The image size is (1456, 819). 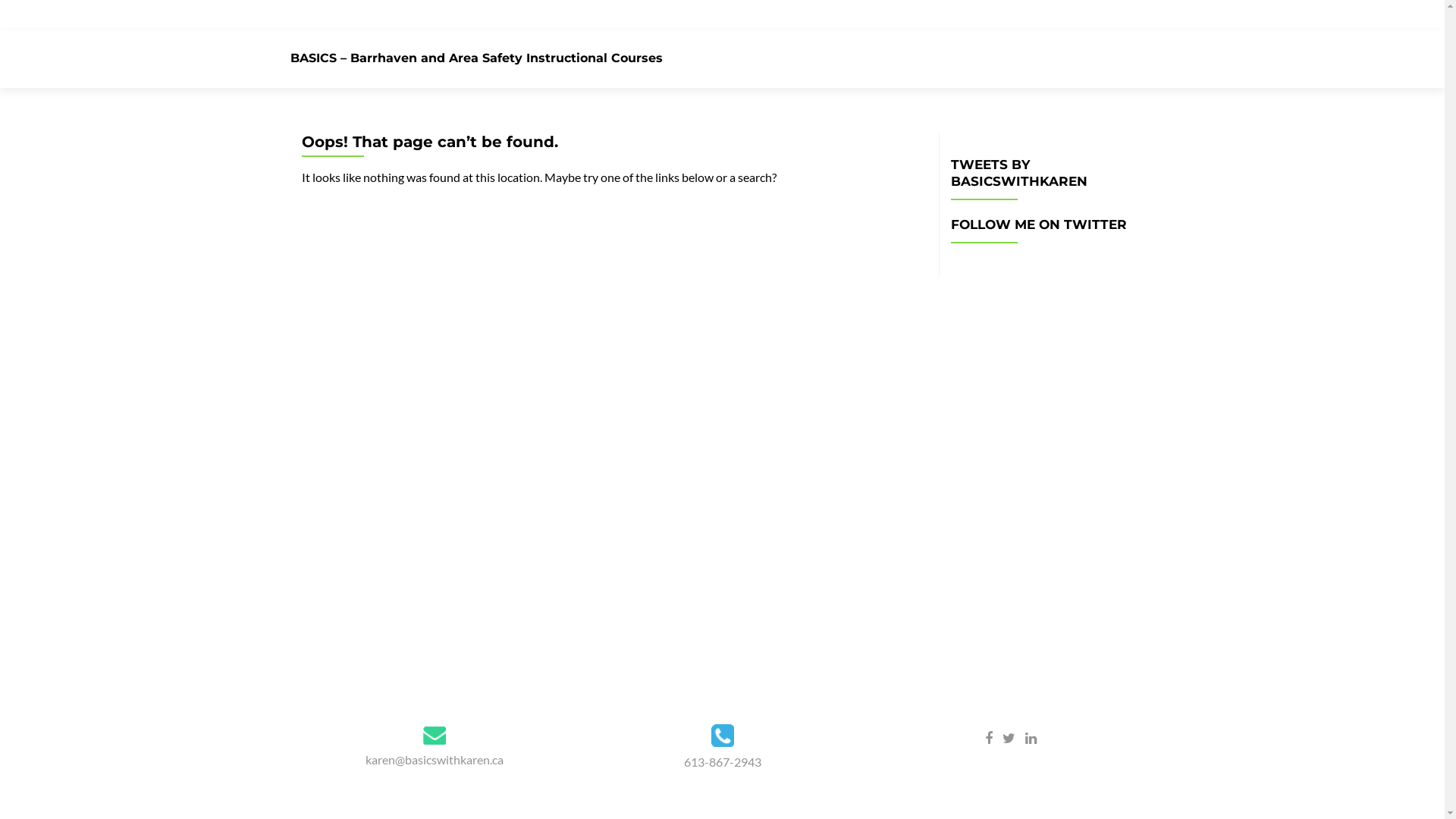 What do you see at coordinates (433, 759) in the screenshot?
I see `'karen@basicswithkaren.ca'` at bounding box center [433, 759].